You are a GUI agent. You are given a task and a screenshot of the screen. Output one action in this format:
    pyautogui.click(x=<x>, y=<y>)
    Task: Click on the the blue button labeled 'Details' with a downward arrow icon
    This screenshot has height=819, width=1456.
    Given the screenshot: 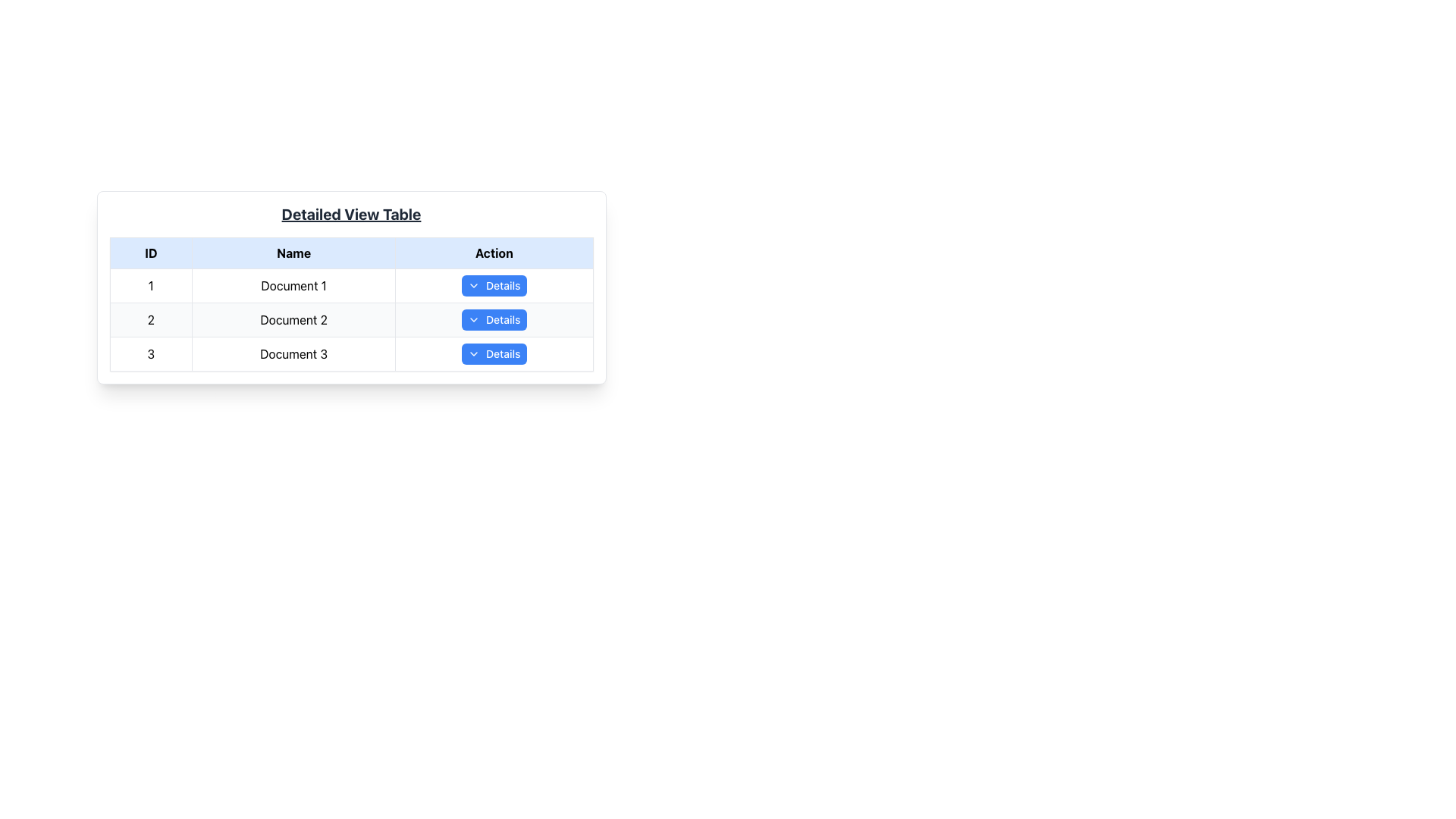 What is the action you would take?
    pyautogui.click(x=494, y=353)
    